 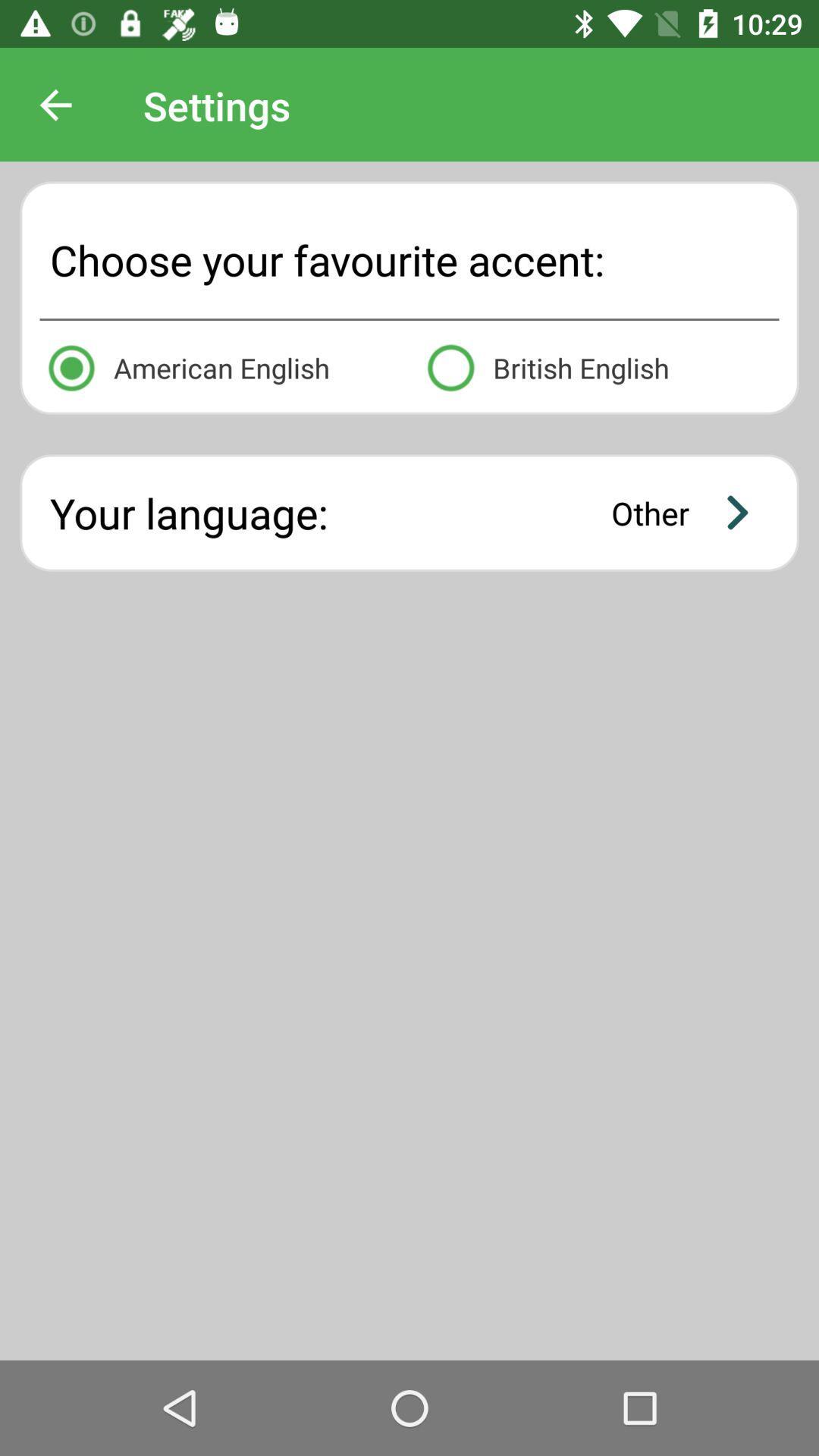 I want to click on the item to the left of the settings, so click(x=55, y=105).